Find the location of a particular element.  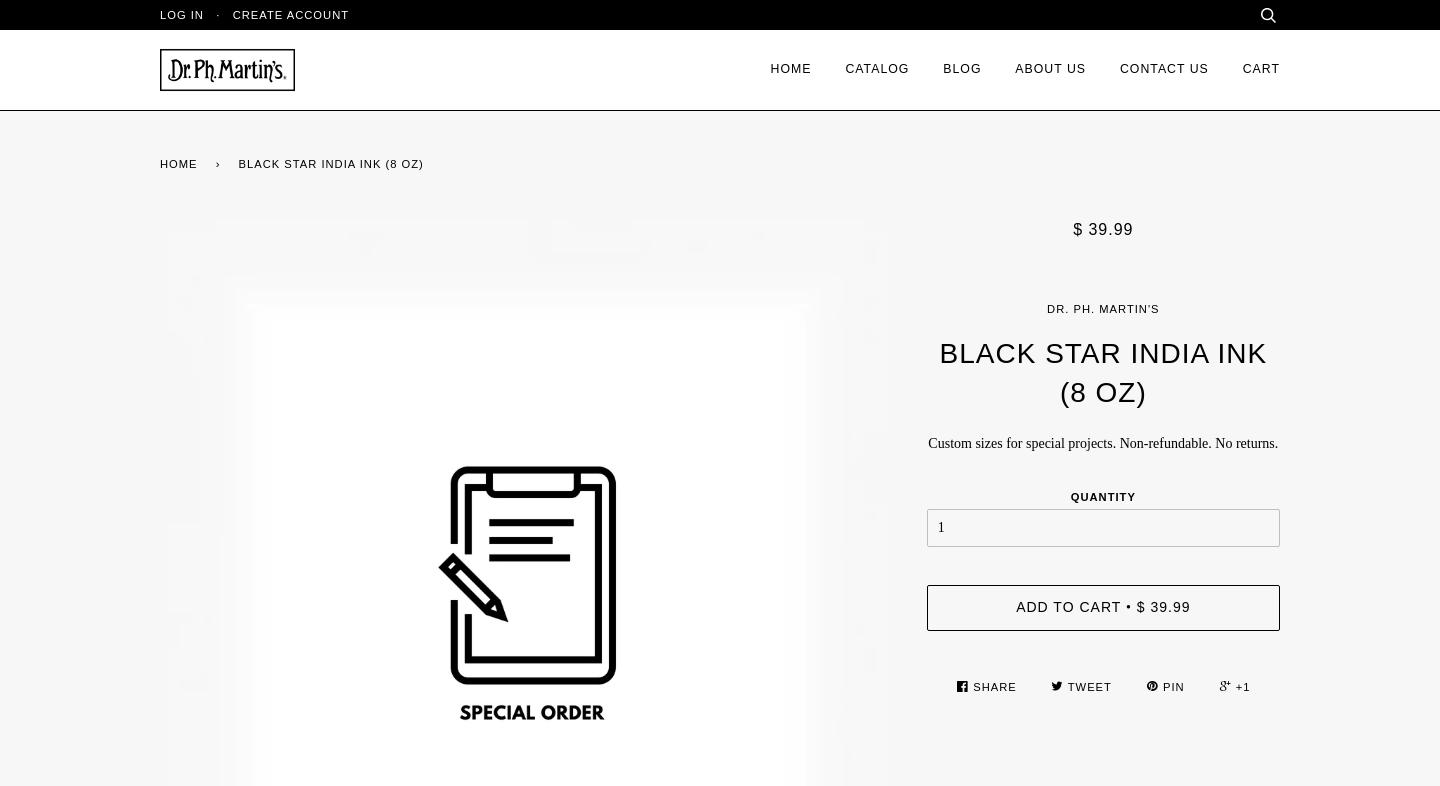

'Blog' is located at coordinates (961, 68).